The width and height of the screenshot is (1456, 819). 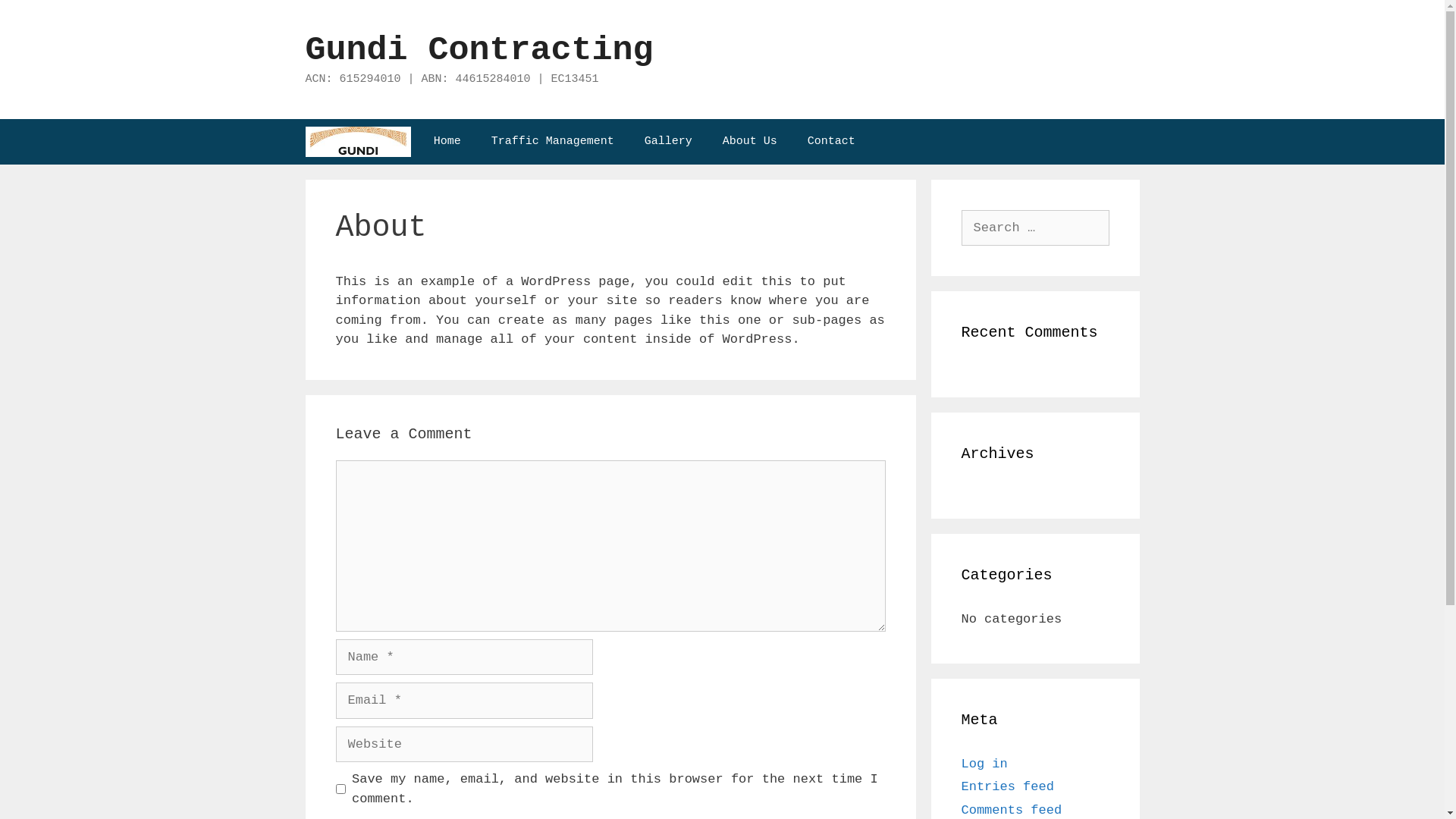 What do you see at coordinates (39, 17) in the screenshot?
I see `'Search'` at bounding box center [39, 17].